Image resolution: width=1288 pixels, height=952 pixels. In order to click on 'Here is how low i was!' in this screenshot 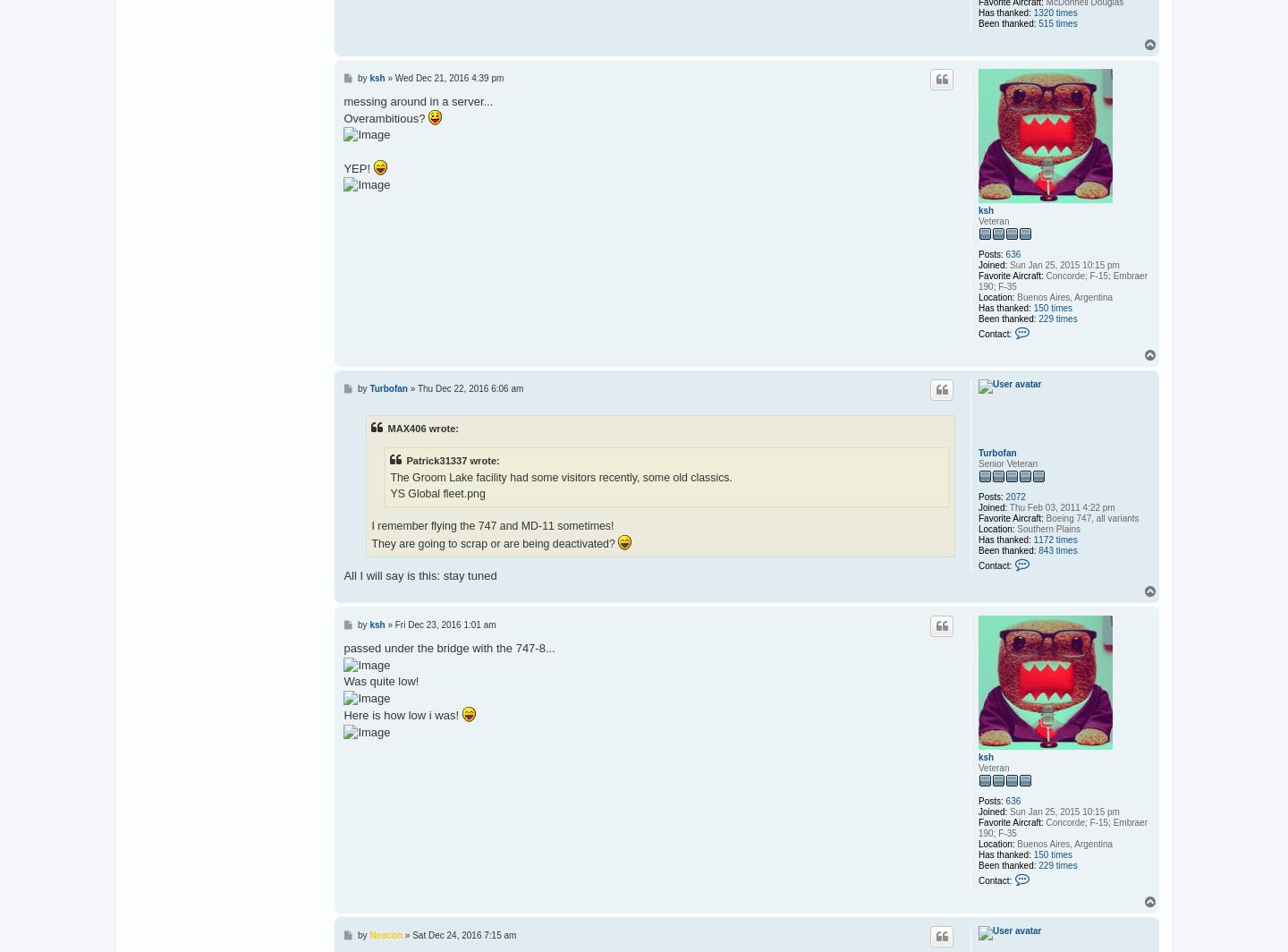, I will do `click(402, 714)`.